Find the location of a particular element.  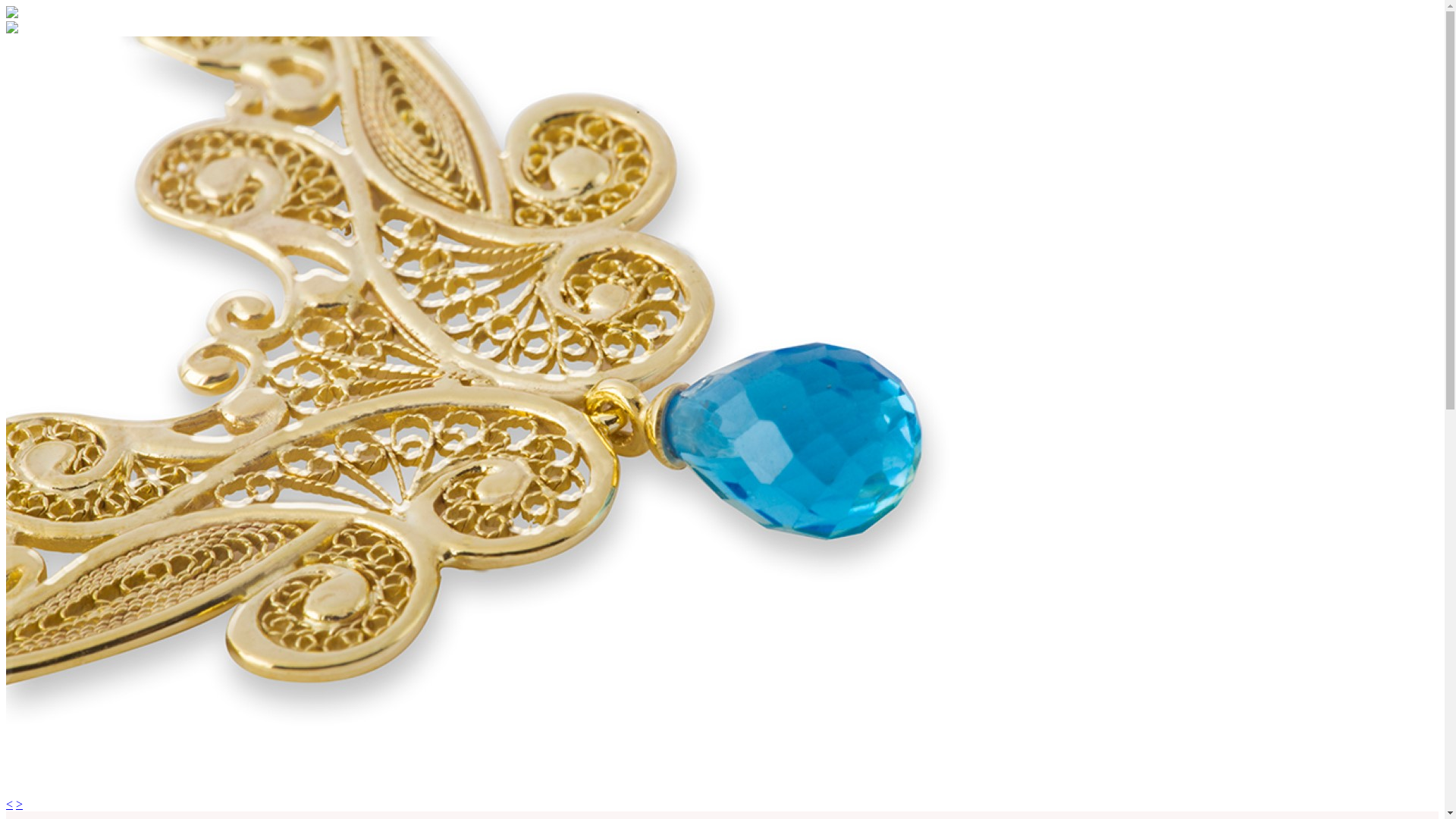

'<' is located at coordinates (6, 803).